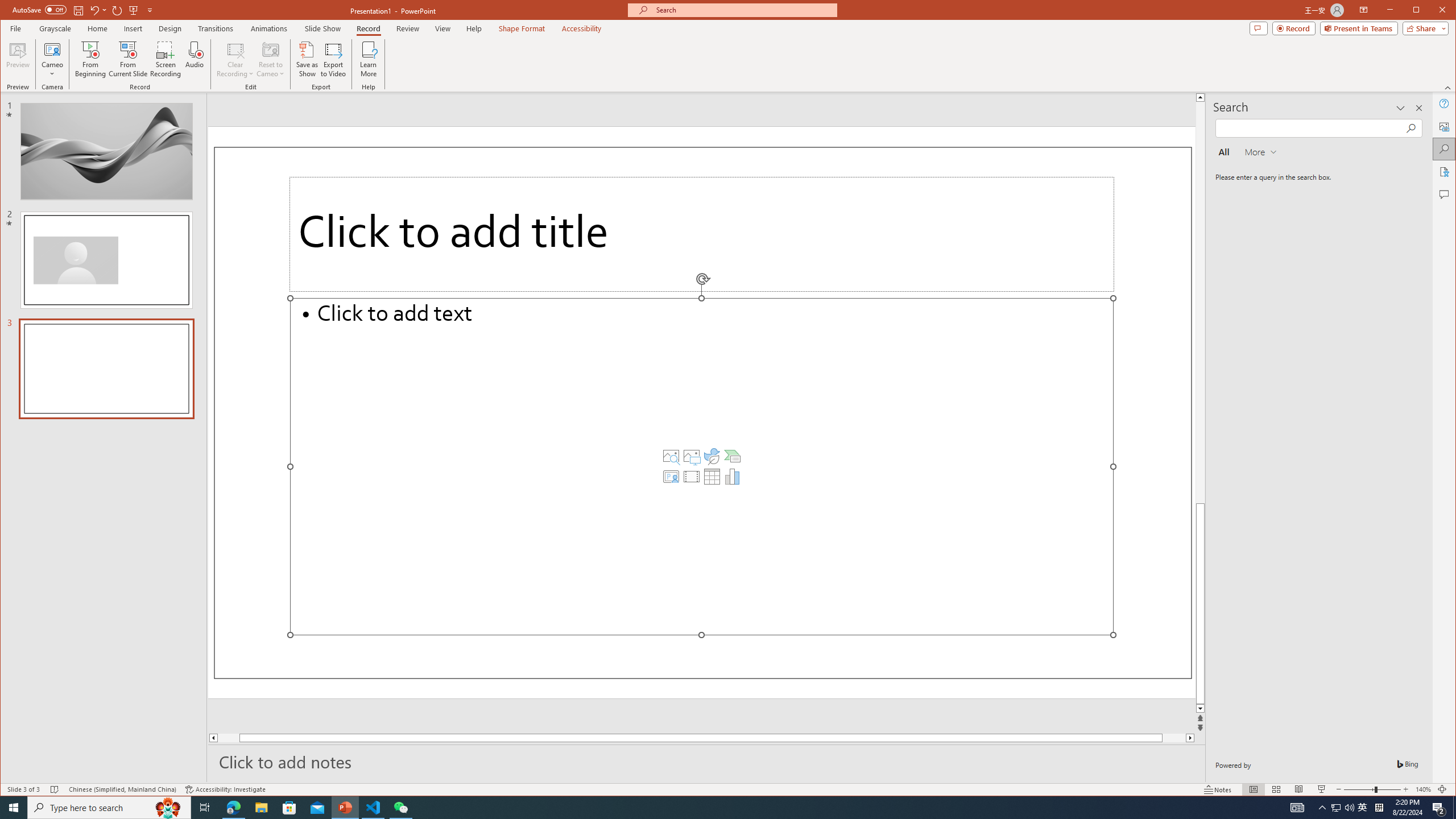 Image resolution: width=1456 pixels, height=819 pixels. I want to click on 'Notification Chevron', so click(1322, 806).